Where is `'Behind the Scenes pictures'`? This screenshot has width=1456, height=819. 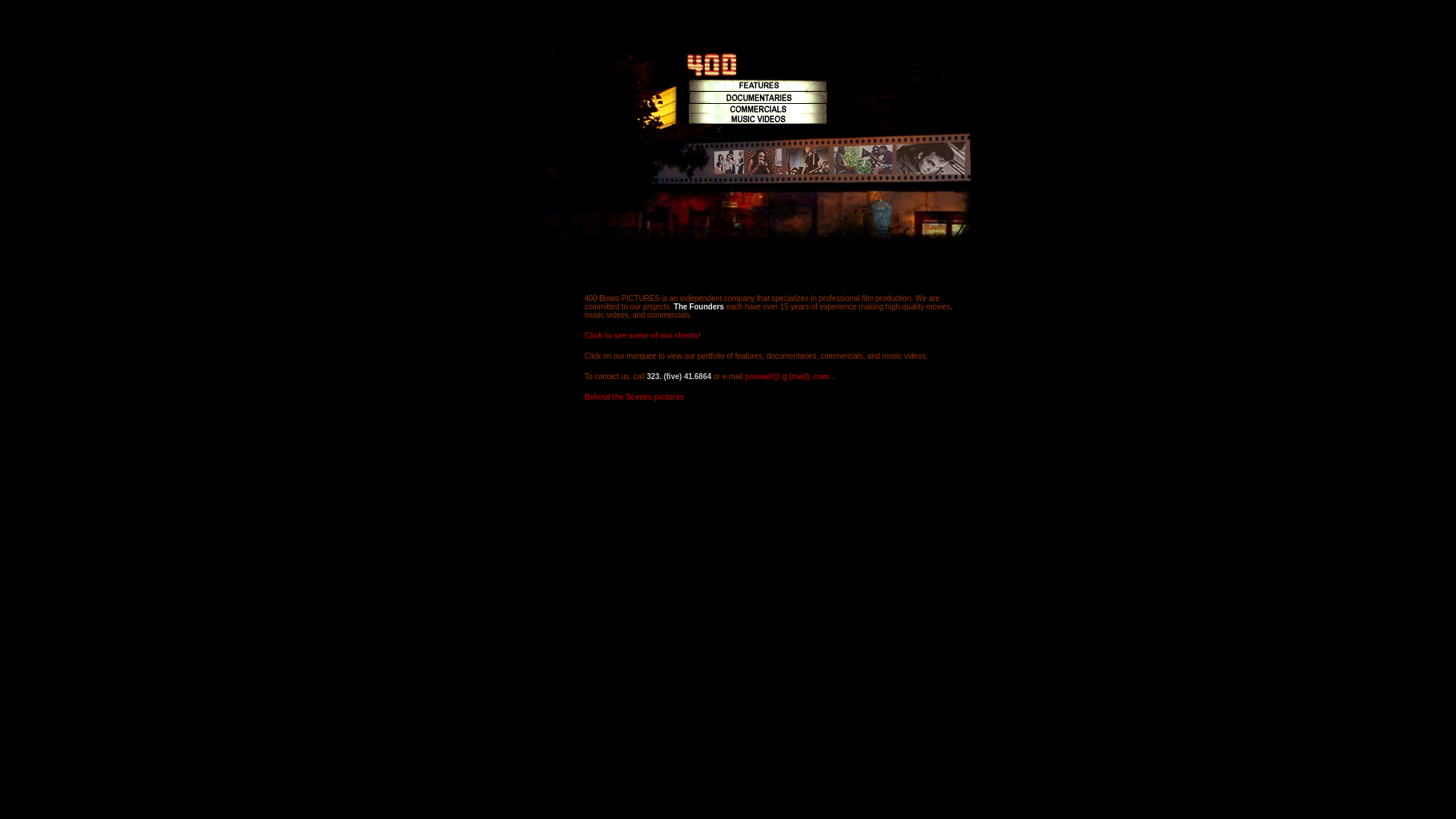 'Behind the Scenes pictures' is located at coordinates (634, 396).